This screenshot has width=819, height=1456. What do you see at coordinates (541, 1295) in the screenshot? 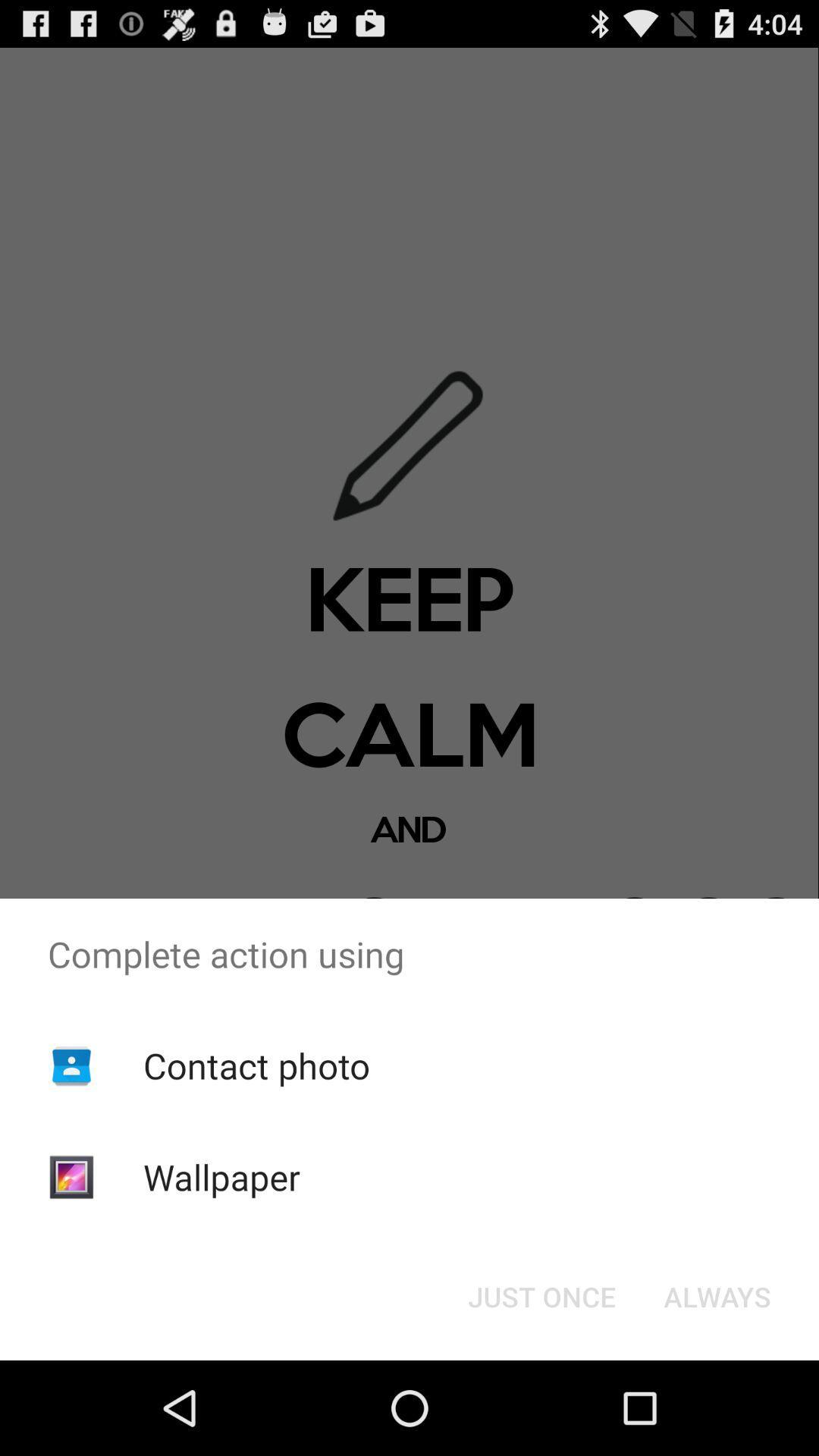
I see `icon below complete action using icon` at bounding box center [541, 1295].